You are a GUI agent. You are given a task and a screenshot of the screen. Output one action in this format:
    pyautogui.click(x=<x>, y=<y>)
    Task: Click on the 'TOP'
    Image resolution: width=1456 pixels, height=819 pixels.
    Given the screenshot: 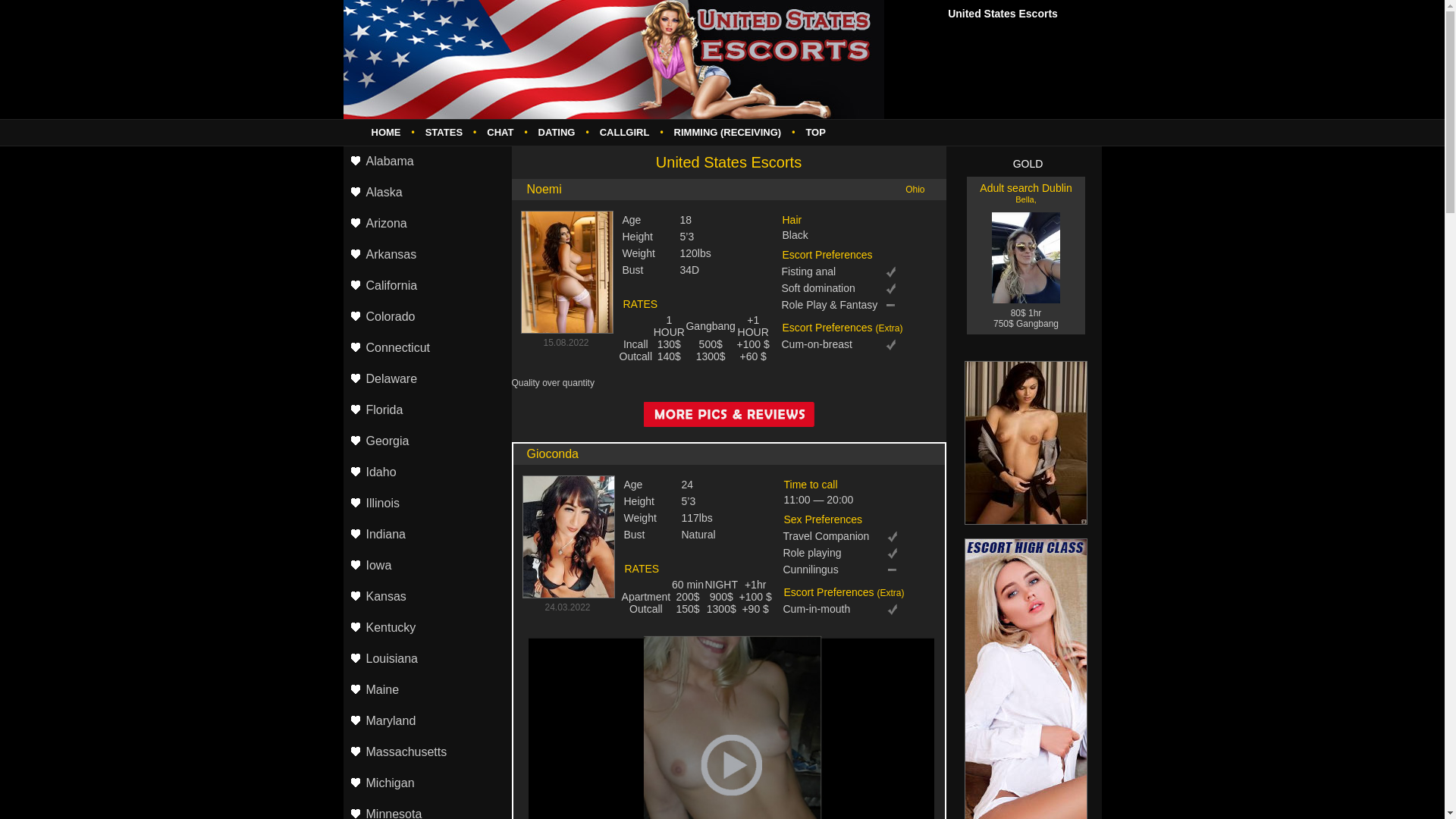 What is the action you would take?
    pyautogui.click(x=796, y=131)
    